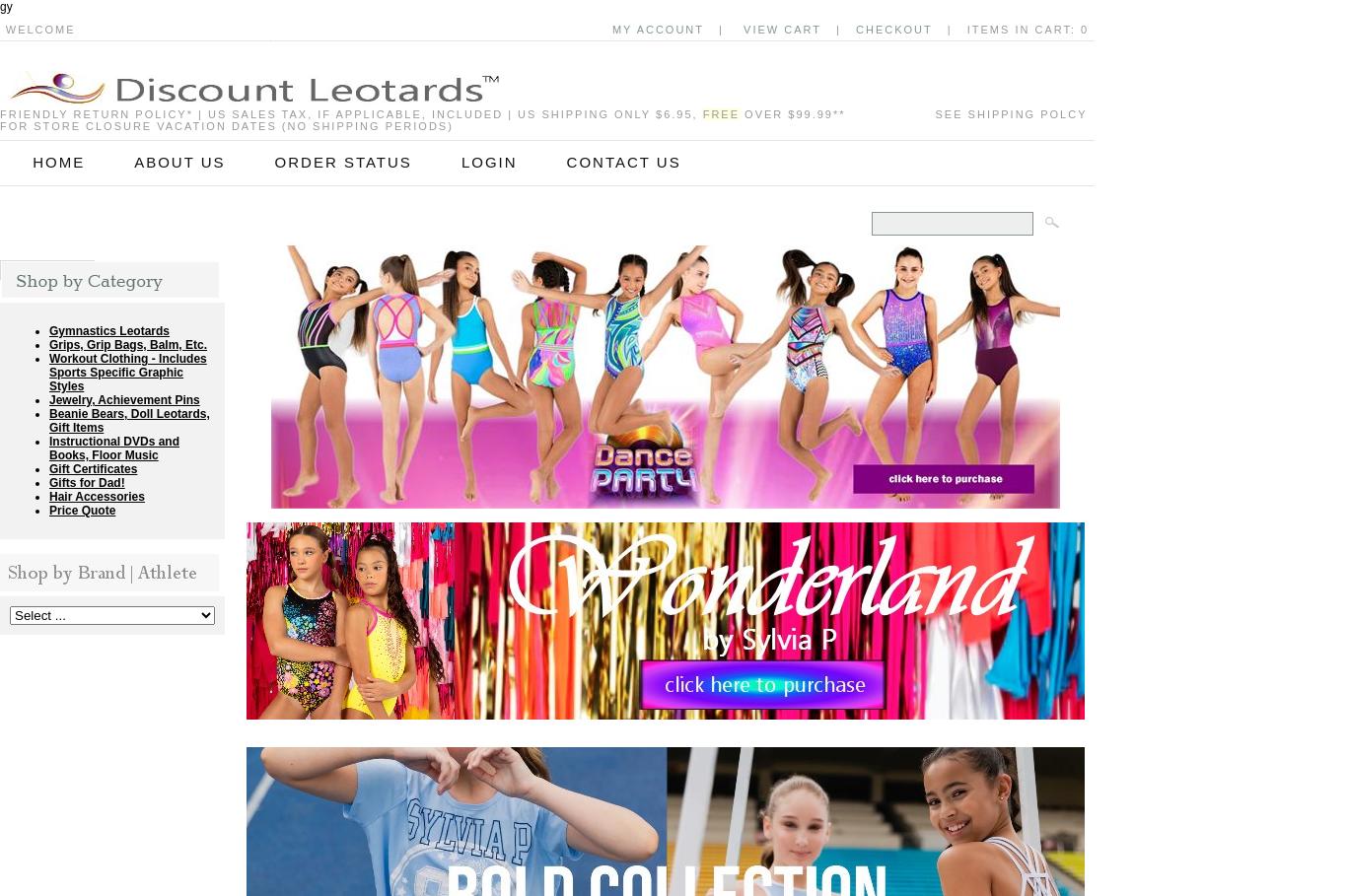 The height and width of the screenshot is (896, 1347). What do you see at coordinates (127, 344) in the screenshot?
I see `'Grips, Grip Bags, Balm, Etc.'` at bounding box center [127, 344].